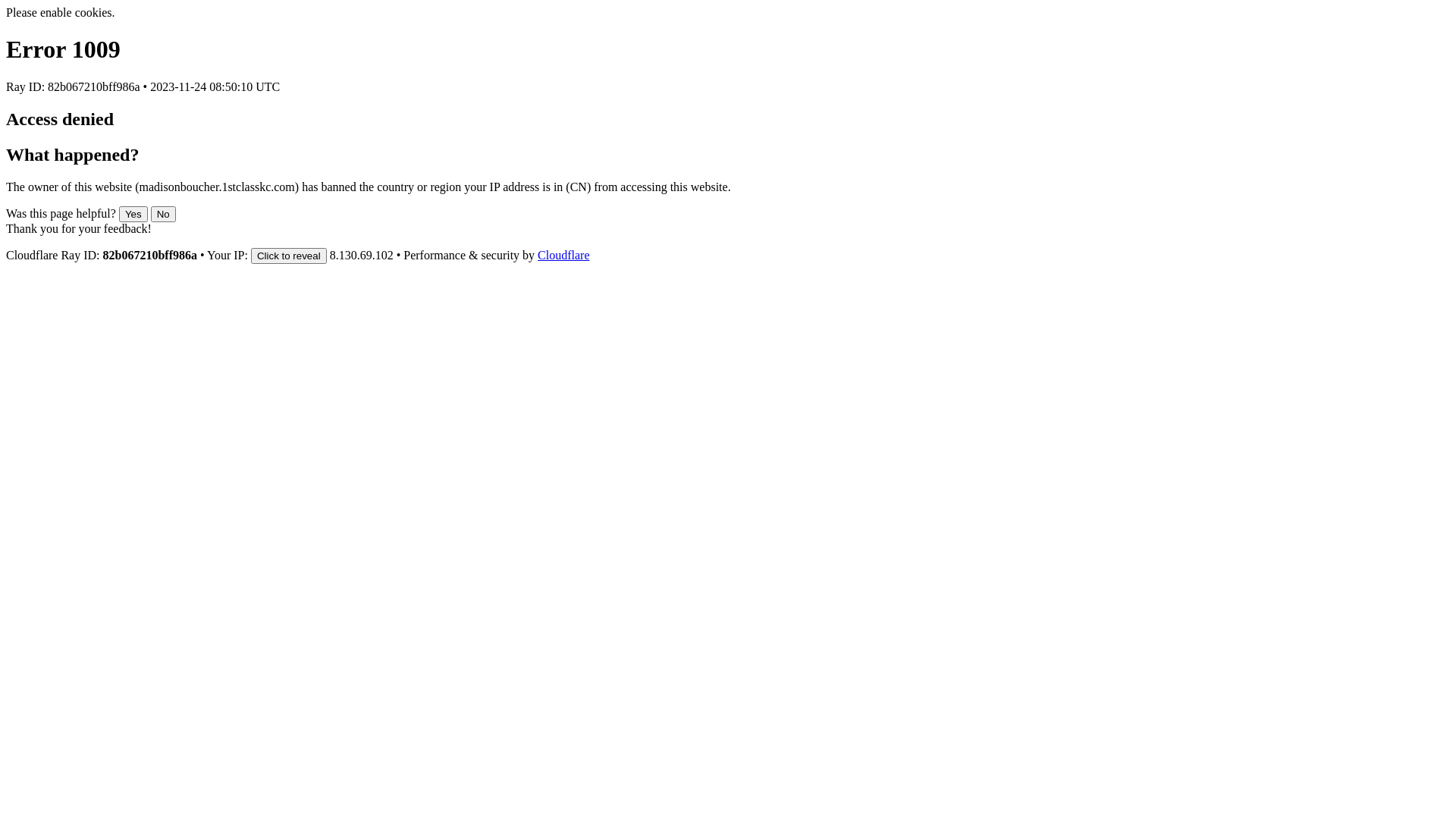  I want to click on 'Click to reveal', so click(288, 255).